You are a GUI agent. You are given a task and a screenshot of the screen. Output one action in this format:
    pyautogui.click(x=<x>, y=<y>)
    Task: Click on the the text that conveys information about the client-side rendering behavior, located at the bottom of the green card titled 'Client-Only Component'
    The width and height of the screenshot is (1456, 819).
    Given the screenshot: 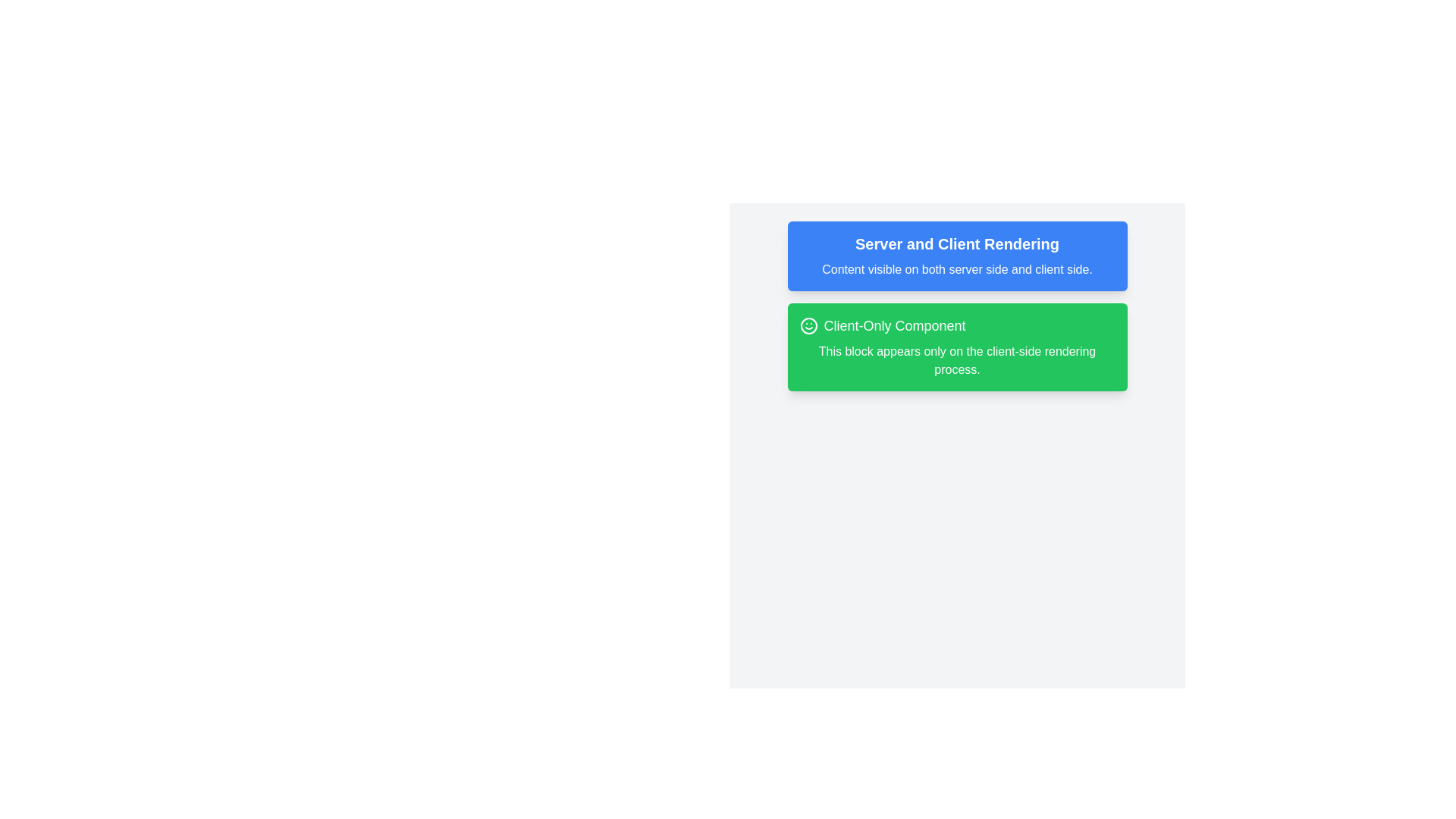 What is the action you would take?
    pyautogui.click(x=956, y=360)
    